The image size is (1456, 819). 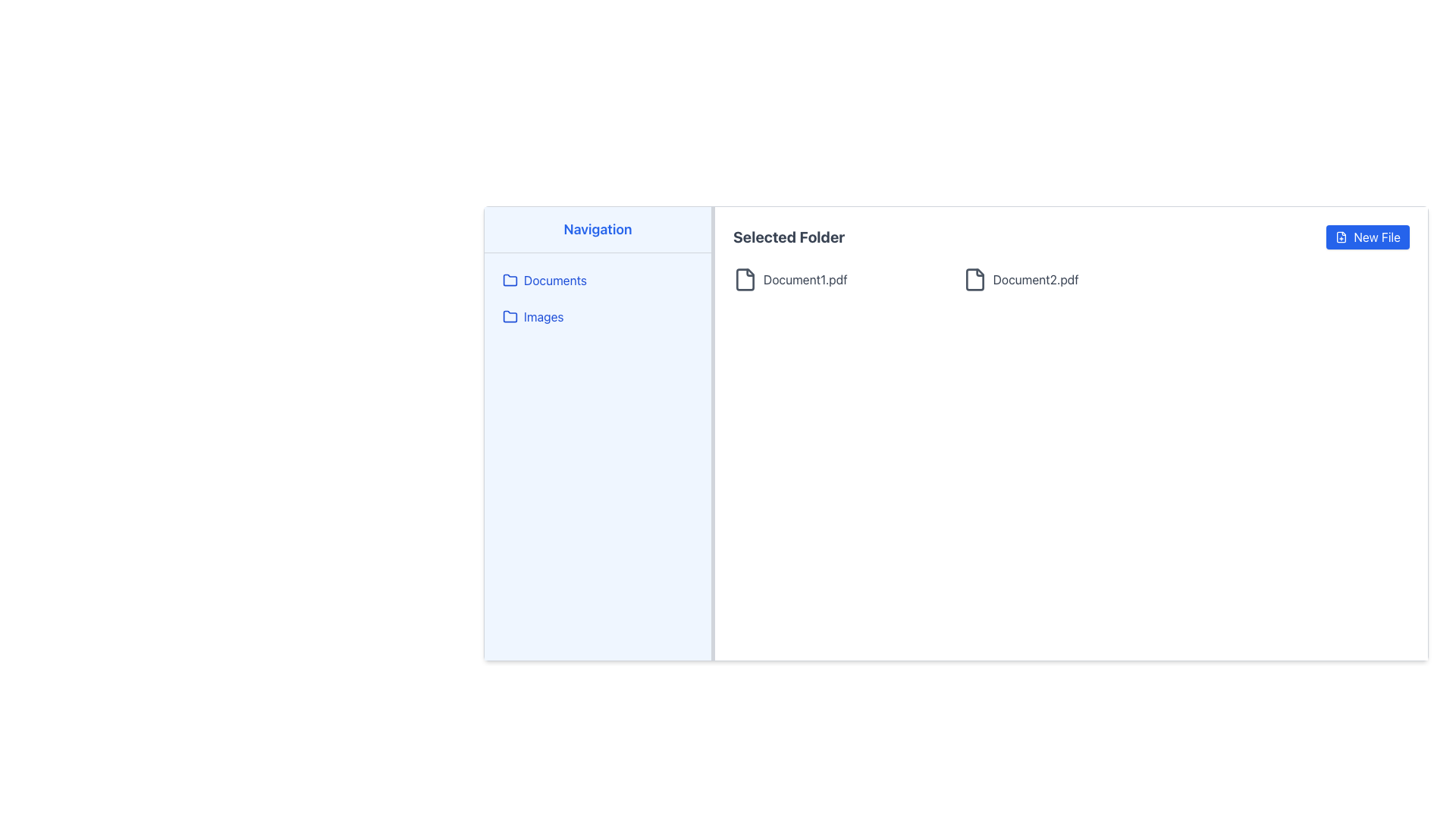 I want to click on the file icon resembling a document next to the text label 'Document2.pdf', so click(x=974, y=280).